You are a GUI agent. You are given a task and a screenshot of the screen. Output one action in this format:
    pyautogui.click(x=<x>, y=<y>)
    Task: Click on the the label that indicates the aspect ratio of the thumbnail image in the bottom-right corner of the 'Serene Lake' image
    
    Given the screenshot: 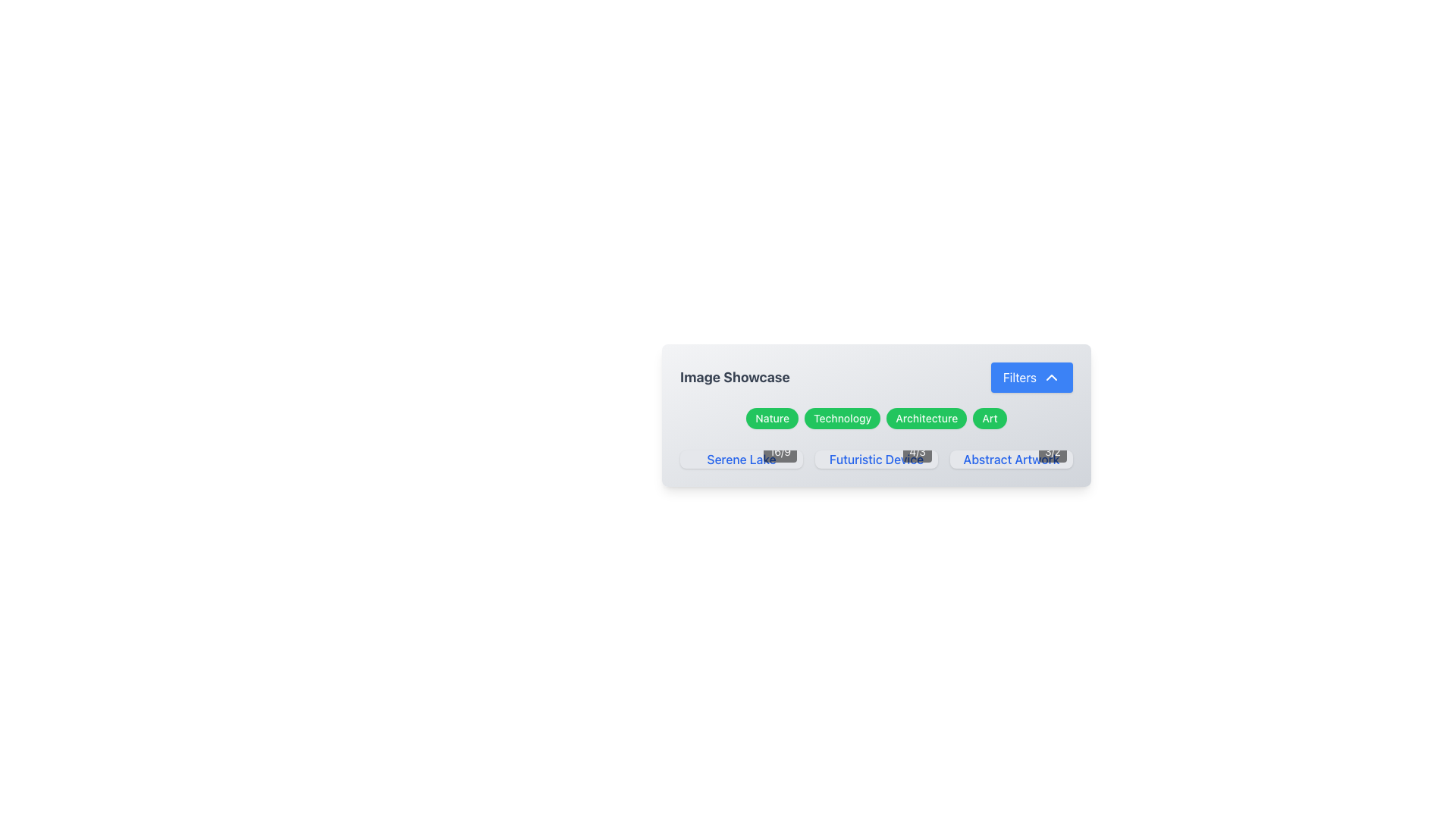 What is the action you would take?
    pyautogui.click(x=780, y=451)
    